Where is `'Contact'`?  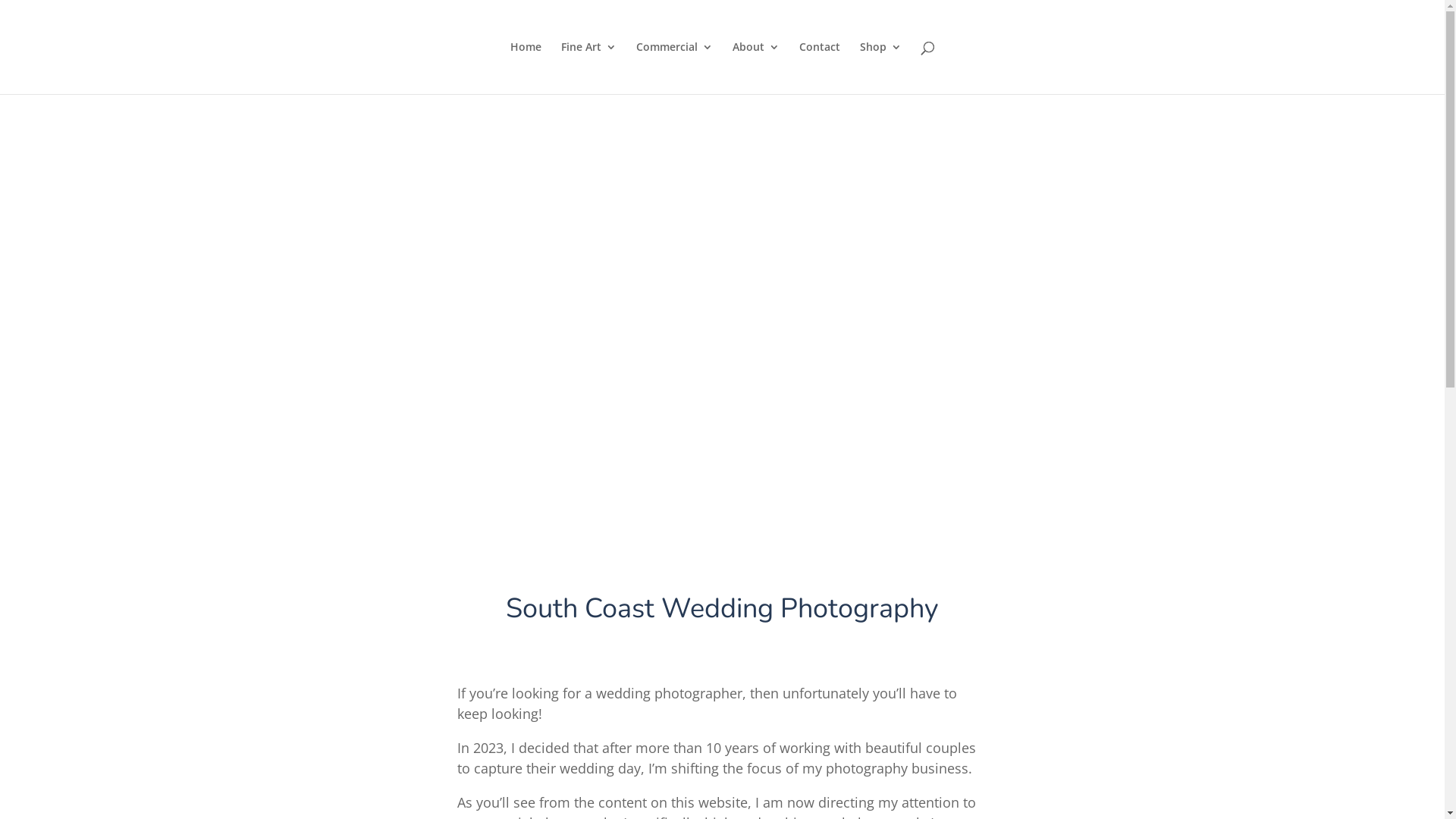
'Contact' is located at coordinates (818, 67).